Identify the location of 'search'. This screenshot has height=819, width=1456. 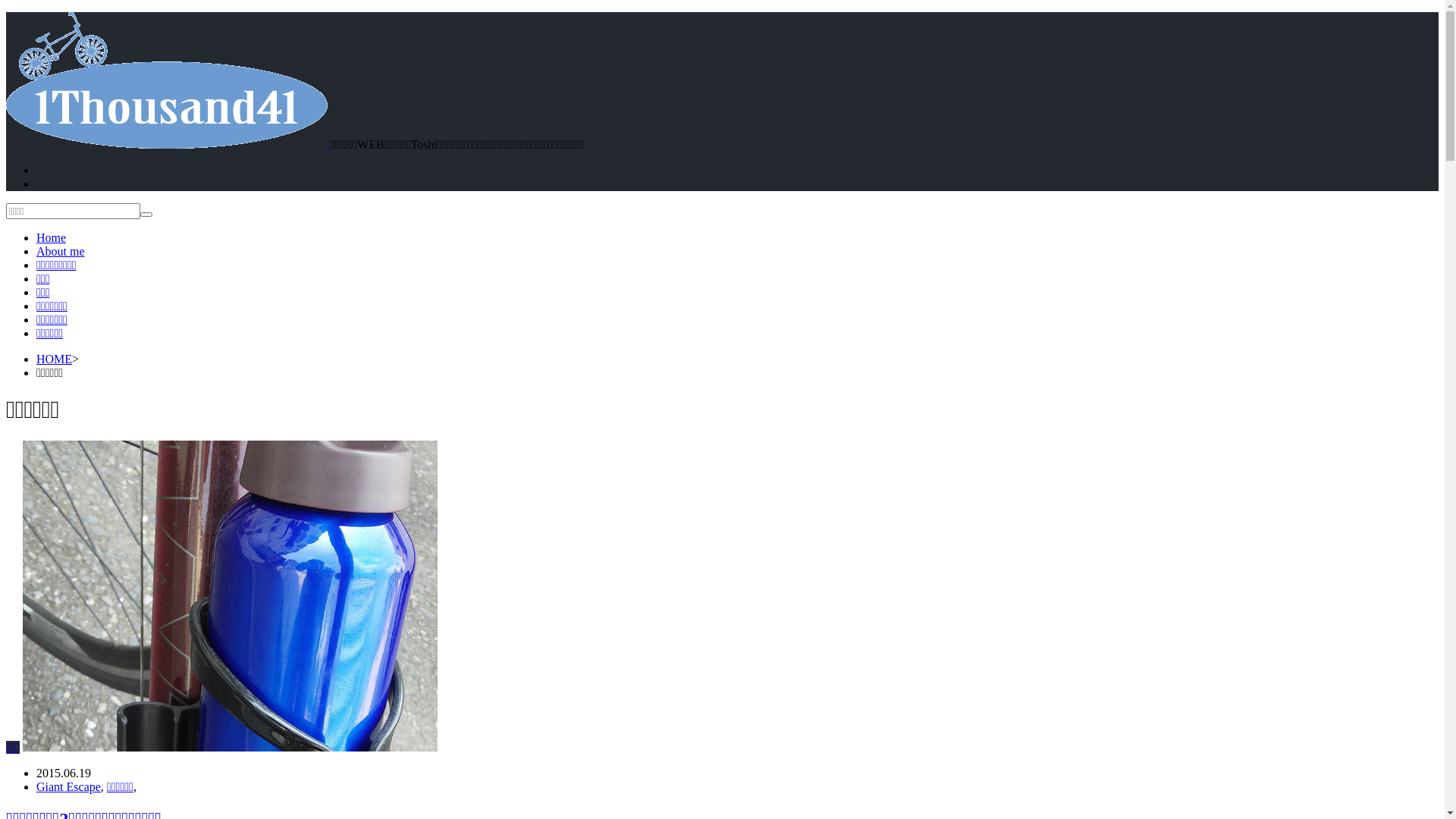
(146, 214).